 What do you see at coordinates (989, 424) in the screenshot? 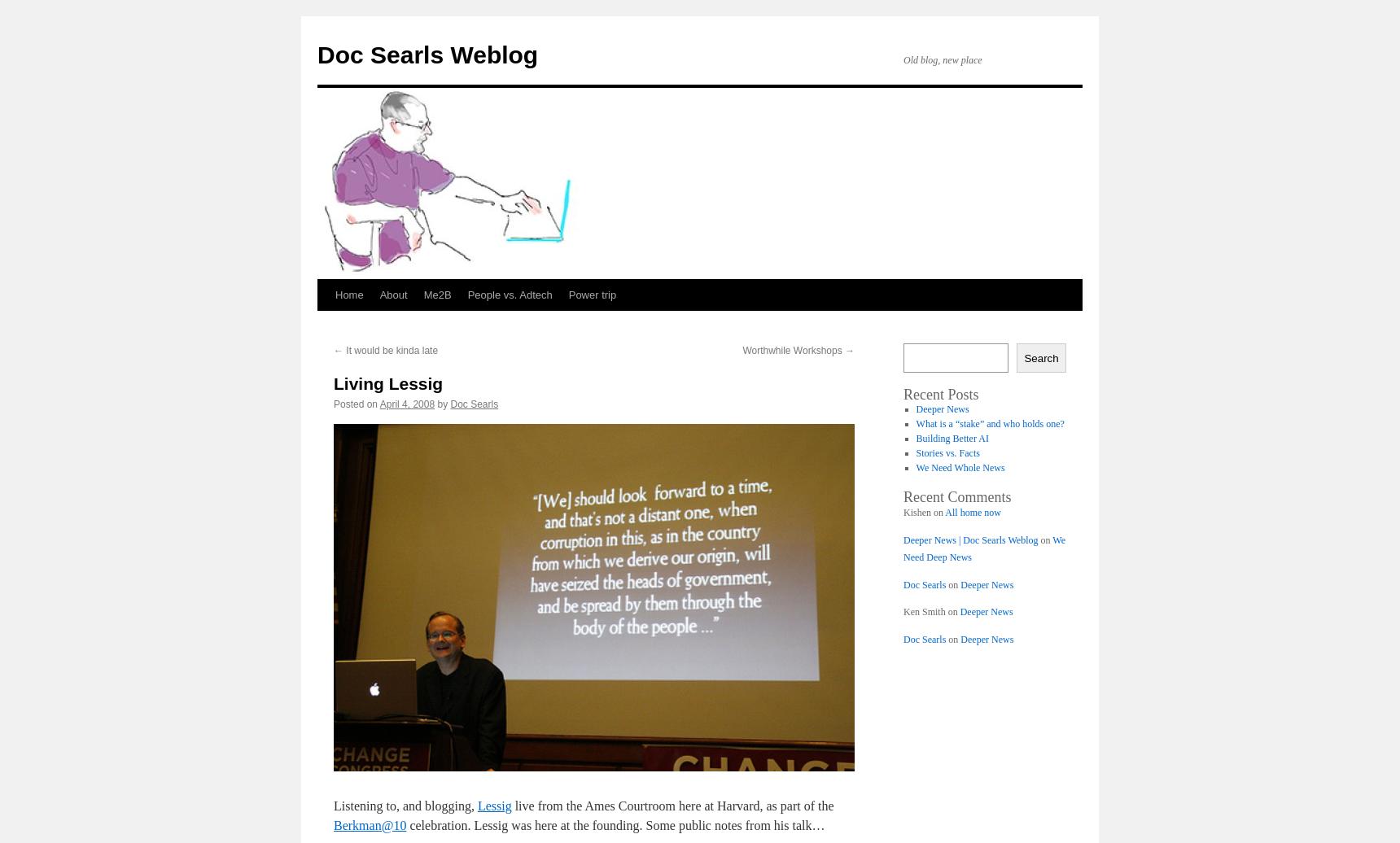
I see `'What is a “stake” and who holds one?'` at bounding box center [989, 424].